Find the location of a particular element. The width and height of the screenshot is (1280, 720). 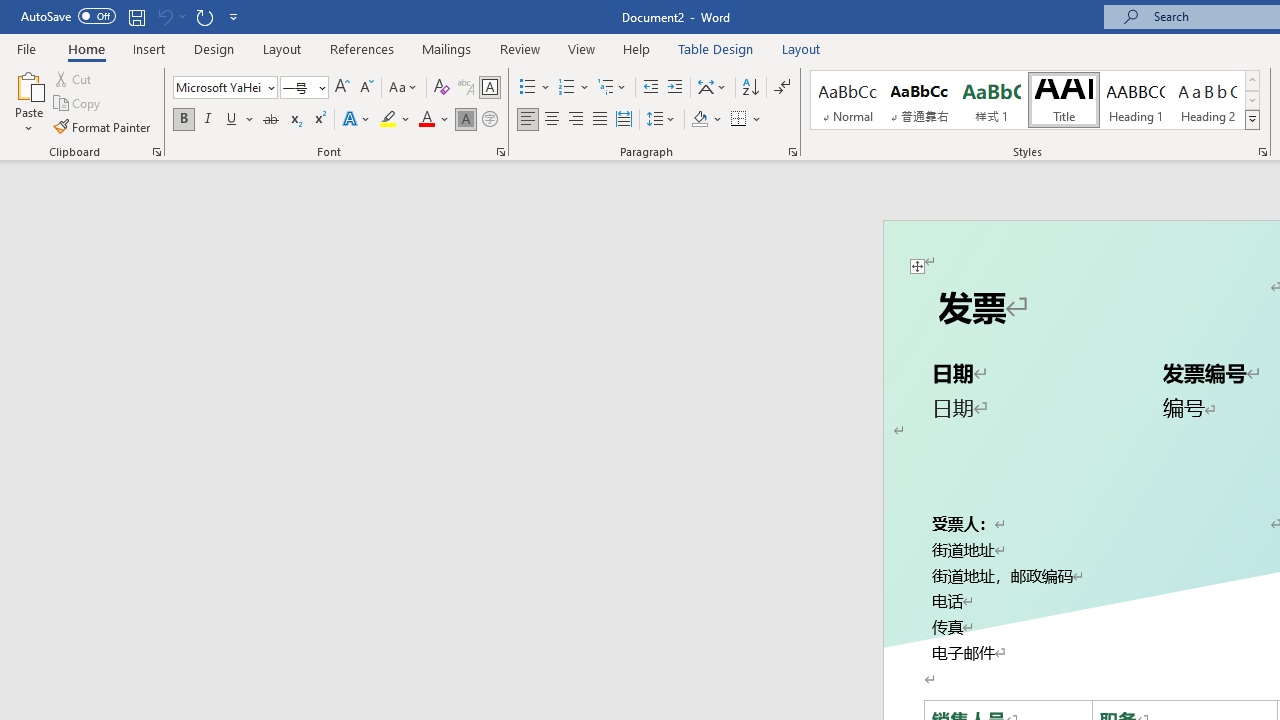

'Design' is located at coordinates (214, 48).